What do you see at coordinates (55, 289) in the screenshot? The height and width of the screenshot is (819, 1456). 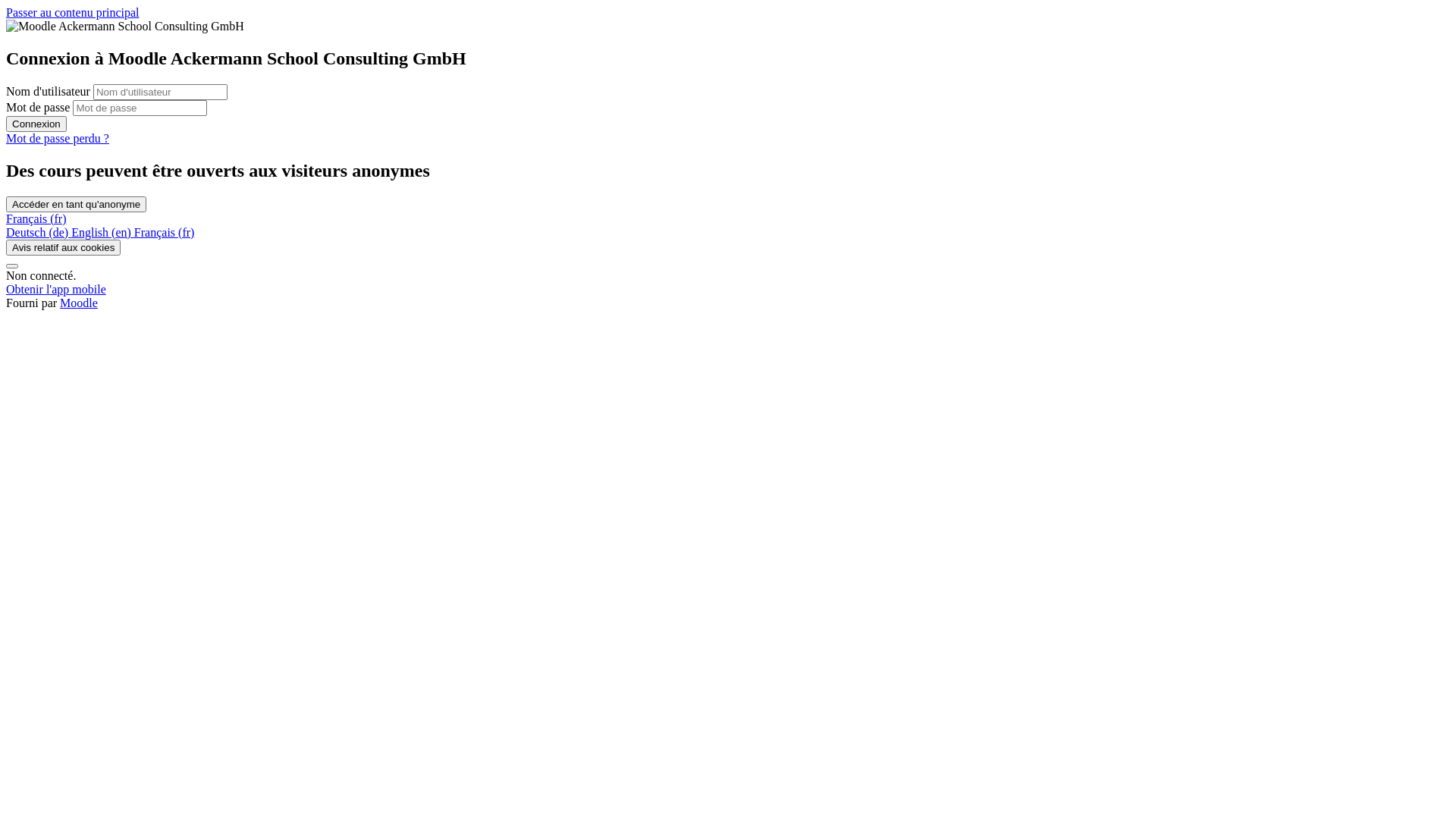 I see `'Obtenir l'app mobile'` at bounding box center [55, 289].